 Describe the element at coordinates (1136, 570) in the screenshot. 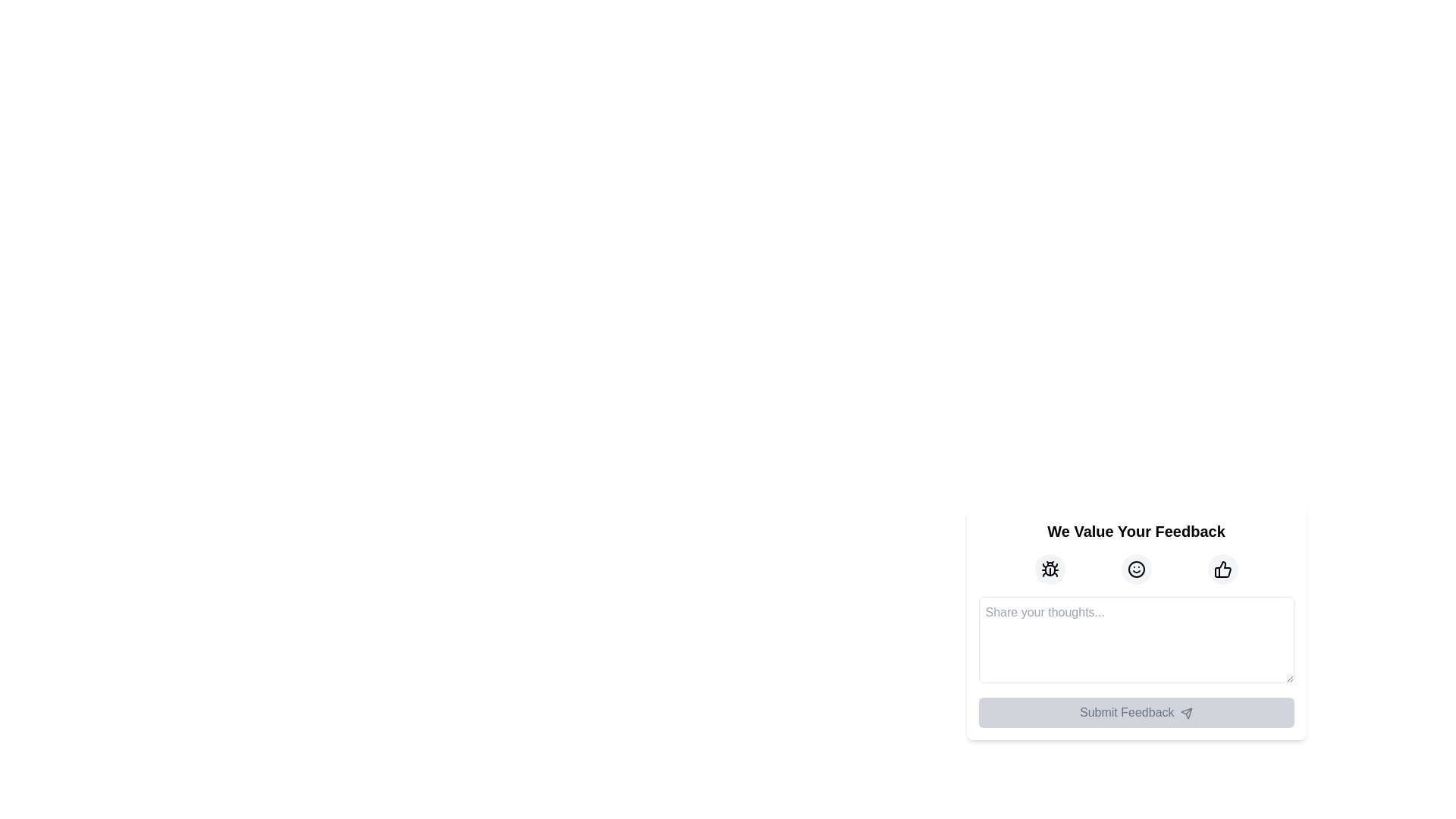

I see `the circular smiley-face icon button located in the feedback form, positioned between the bug icon and the thumbs-up icon` at that location.